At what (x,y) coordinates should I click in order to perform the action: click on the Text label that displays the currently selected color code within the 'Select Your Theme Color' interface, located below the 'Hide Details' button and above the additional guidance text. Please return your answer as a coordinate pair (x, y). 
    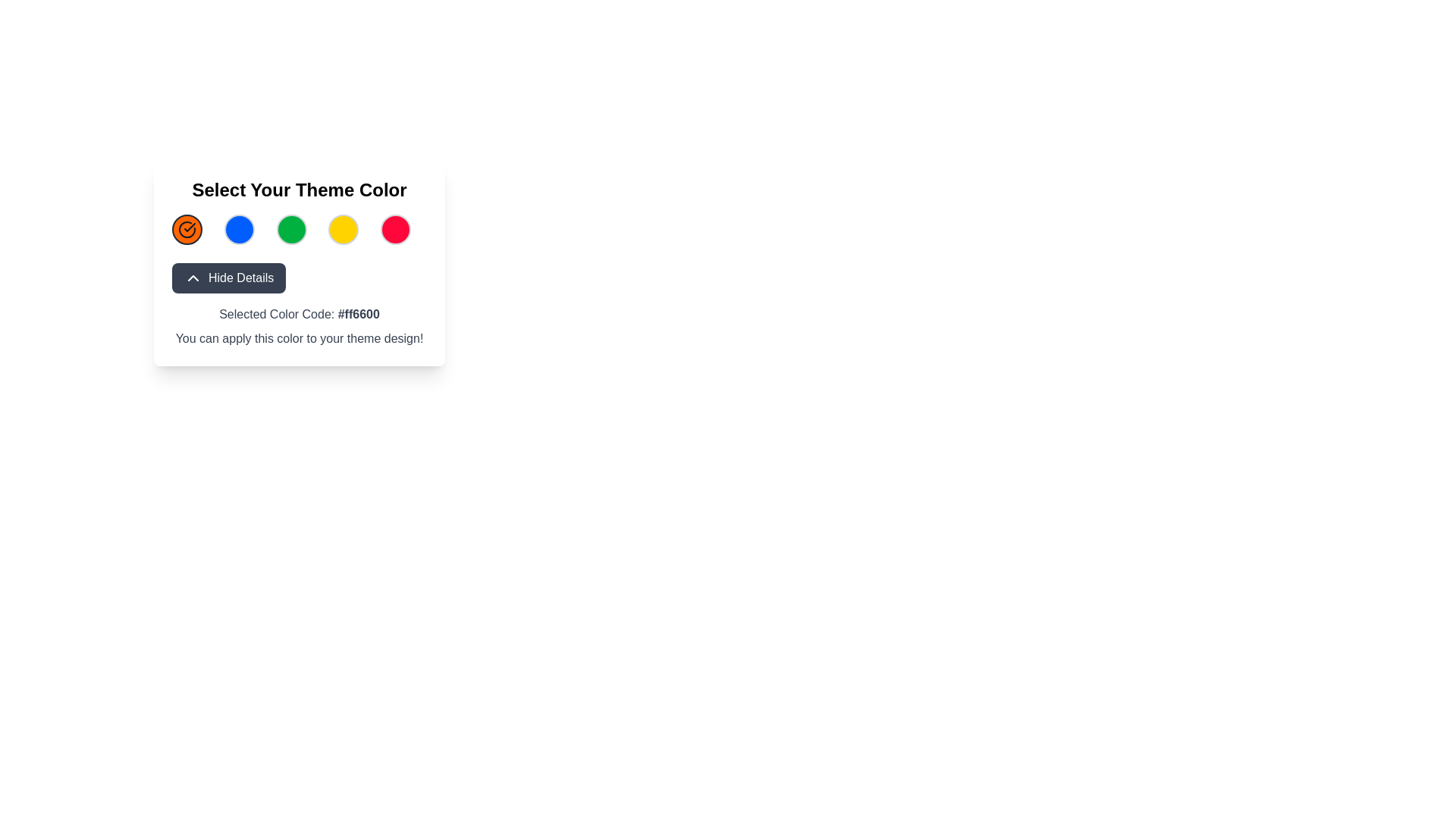
    Looking at the image, I should click on (299, 314).